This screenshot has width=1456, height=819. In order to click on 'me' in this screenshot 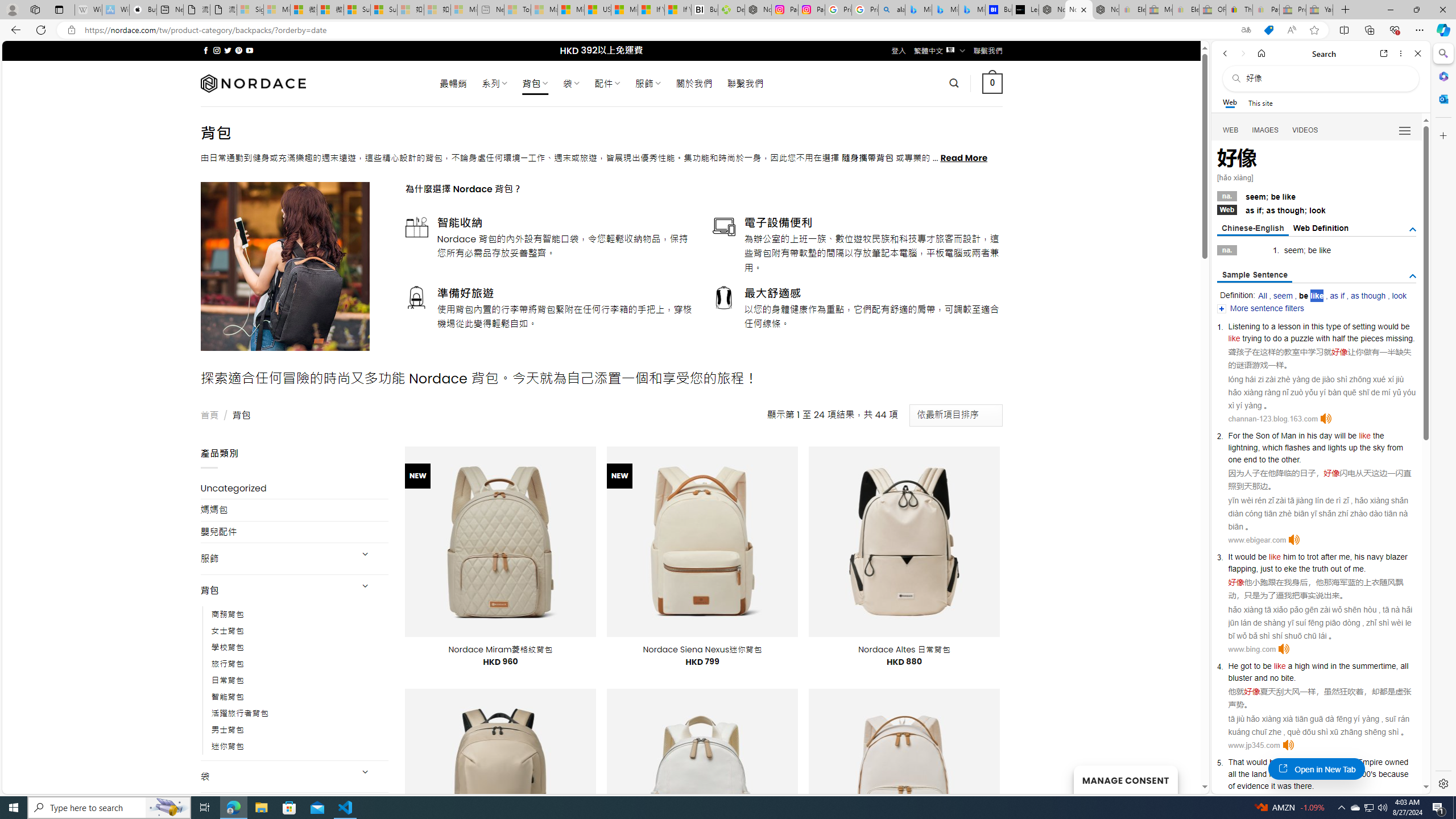, I will do `click(1358, 568)`.